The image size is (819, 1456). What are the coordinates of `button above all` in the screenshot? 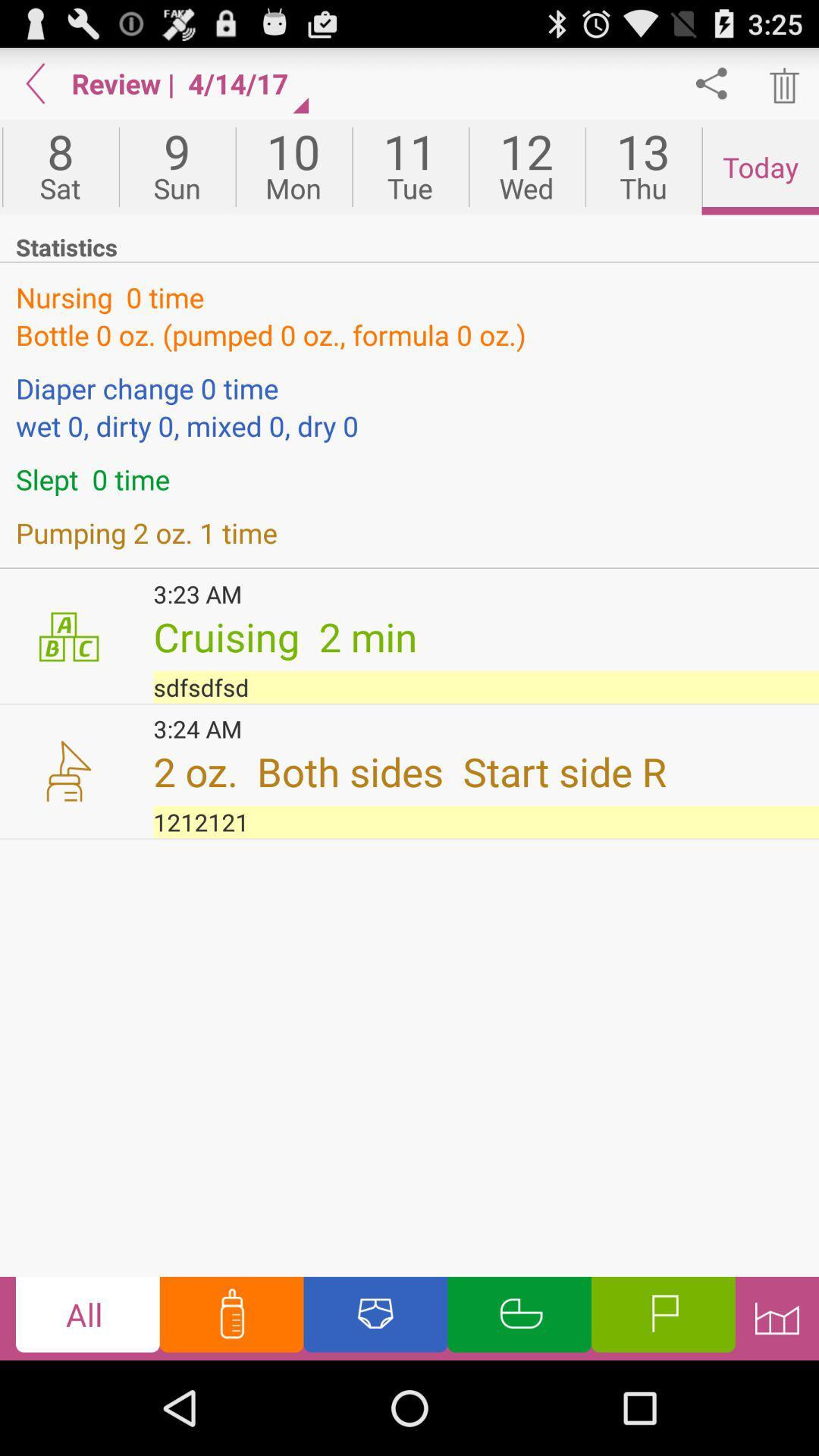 It's located at (486, 821).